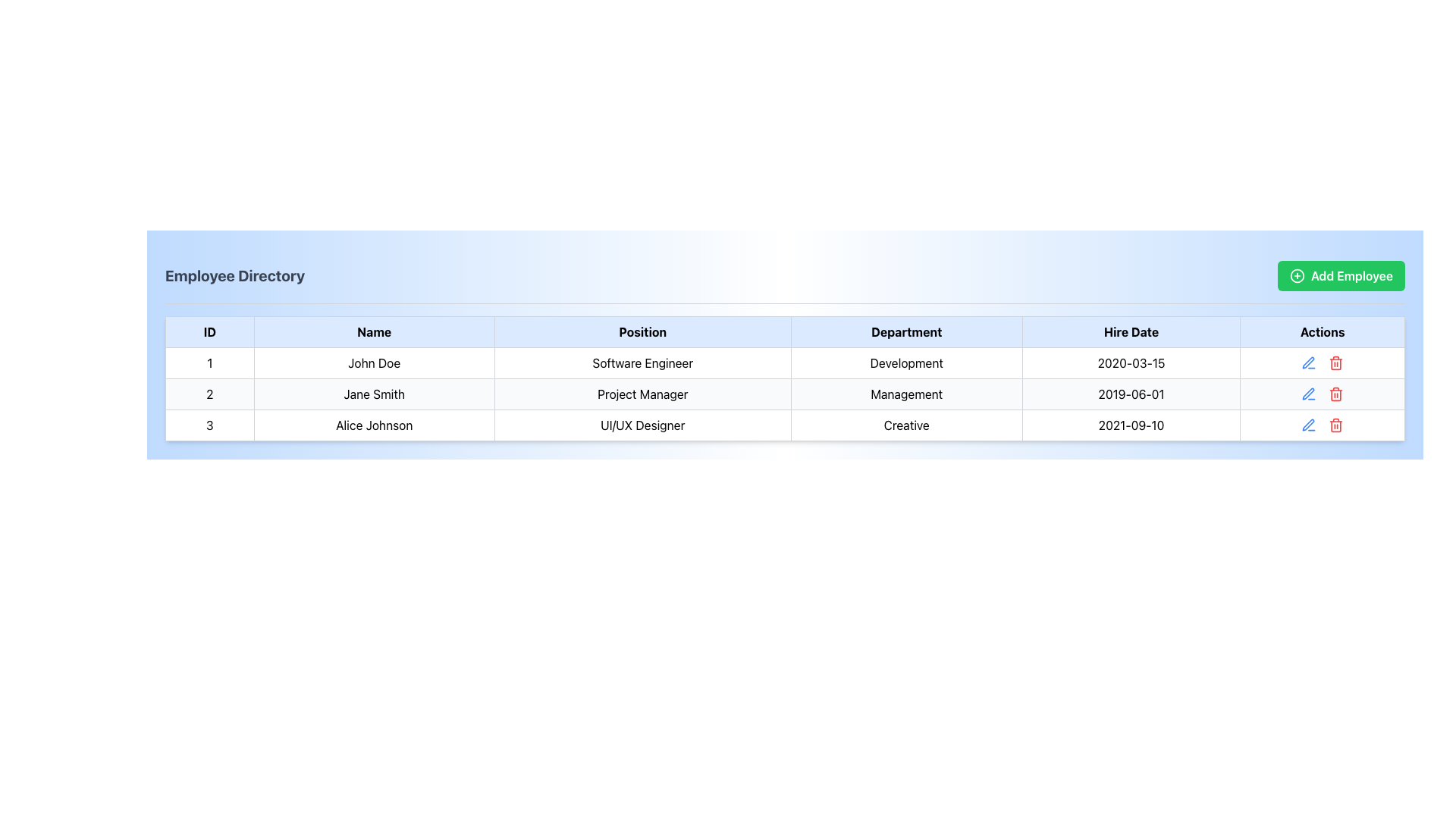 The height and width of the screenshot is (819, 1456). What do you see at coordinates (1131, 394) in the screenshot?
I see `the Text Display that shows the hire date of employee 'Jane Smith' located in the fifth column of the second row under the 'Hire Date' column` at bounding box center [1131, 394].